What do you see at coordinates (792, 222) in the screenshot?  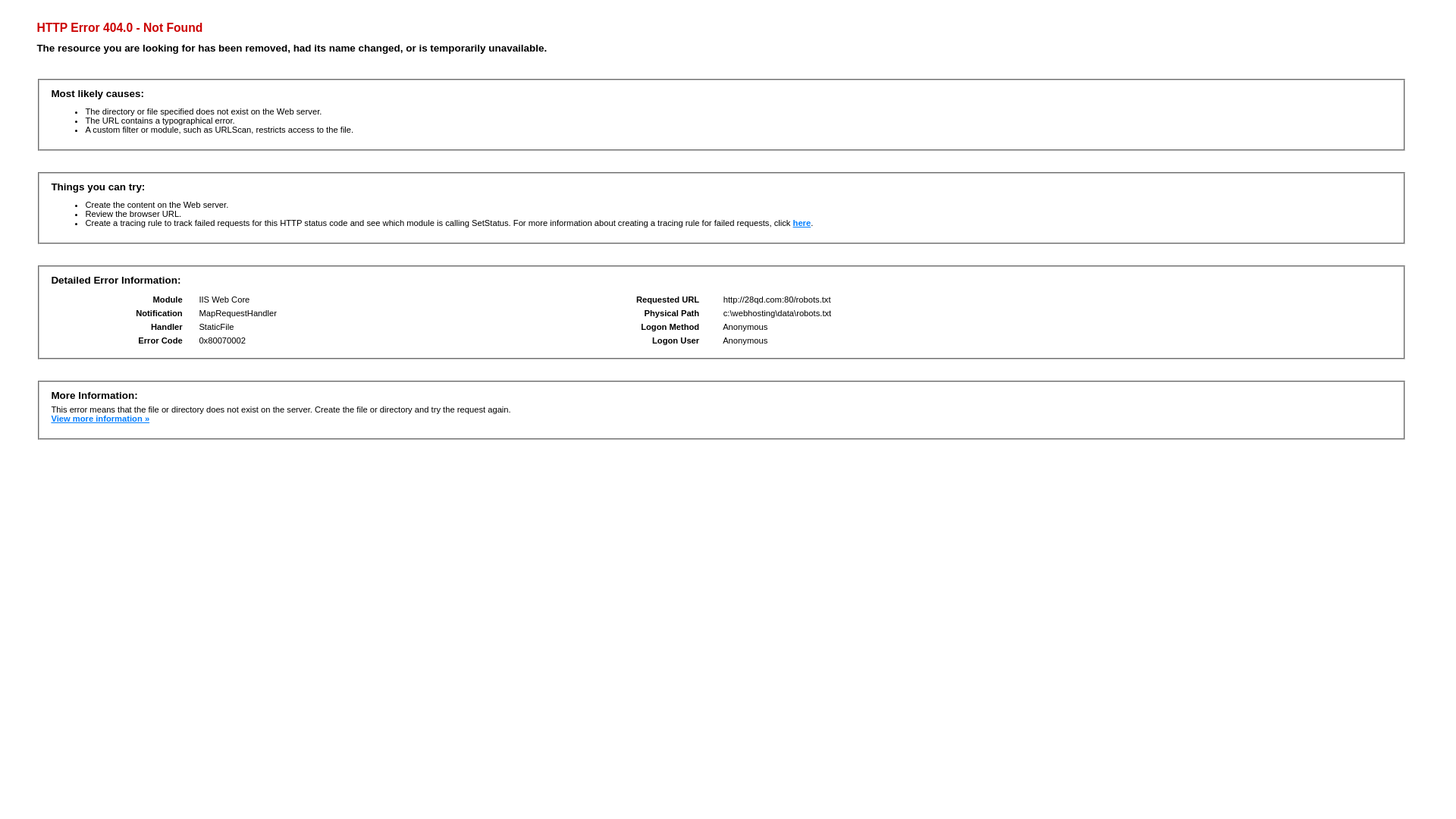 I see `'here'` at bounding box center [792, 222].